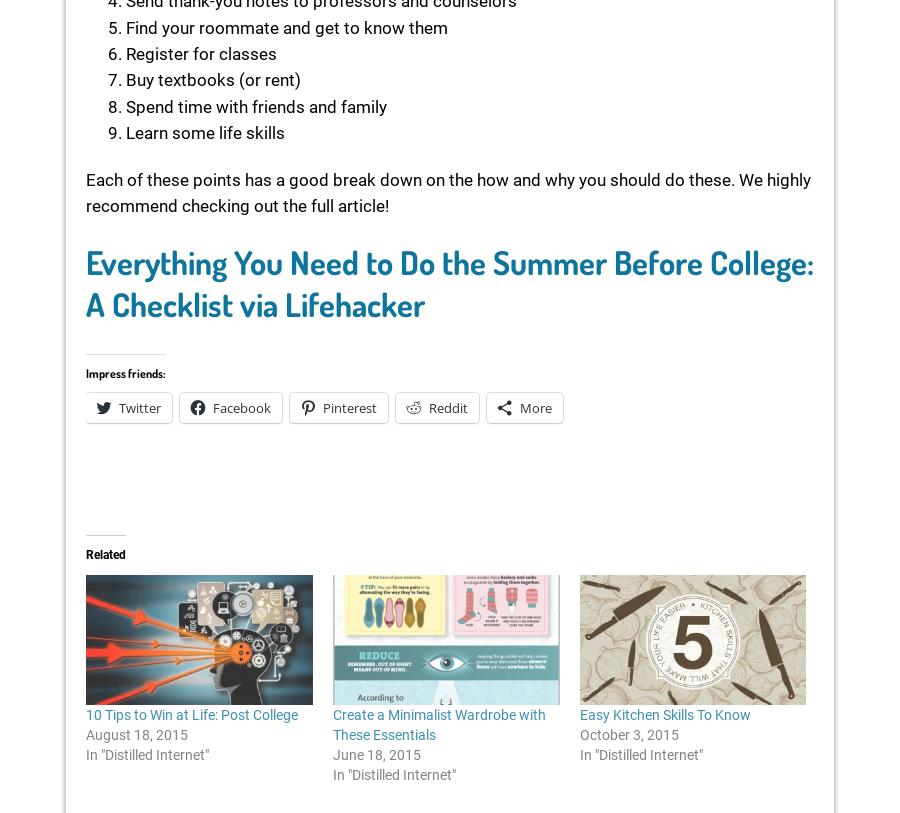 Image resolution: width=900 pixels, height=813 pixels. What do you see at coordinates (720, 158) in the screenshot?
I see `'Comment'` at bounding box center [720, 158].